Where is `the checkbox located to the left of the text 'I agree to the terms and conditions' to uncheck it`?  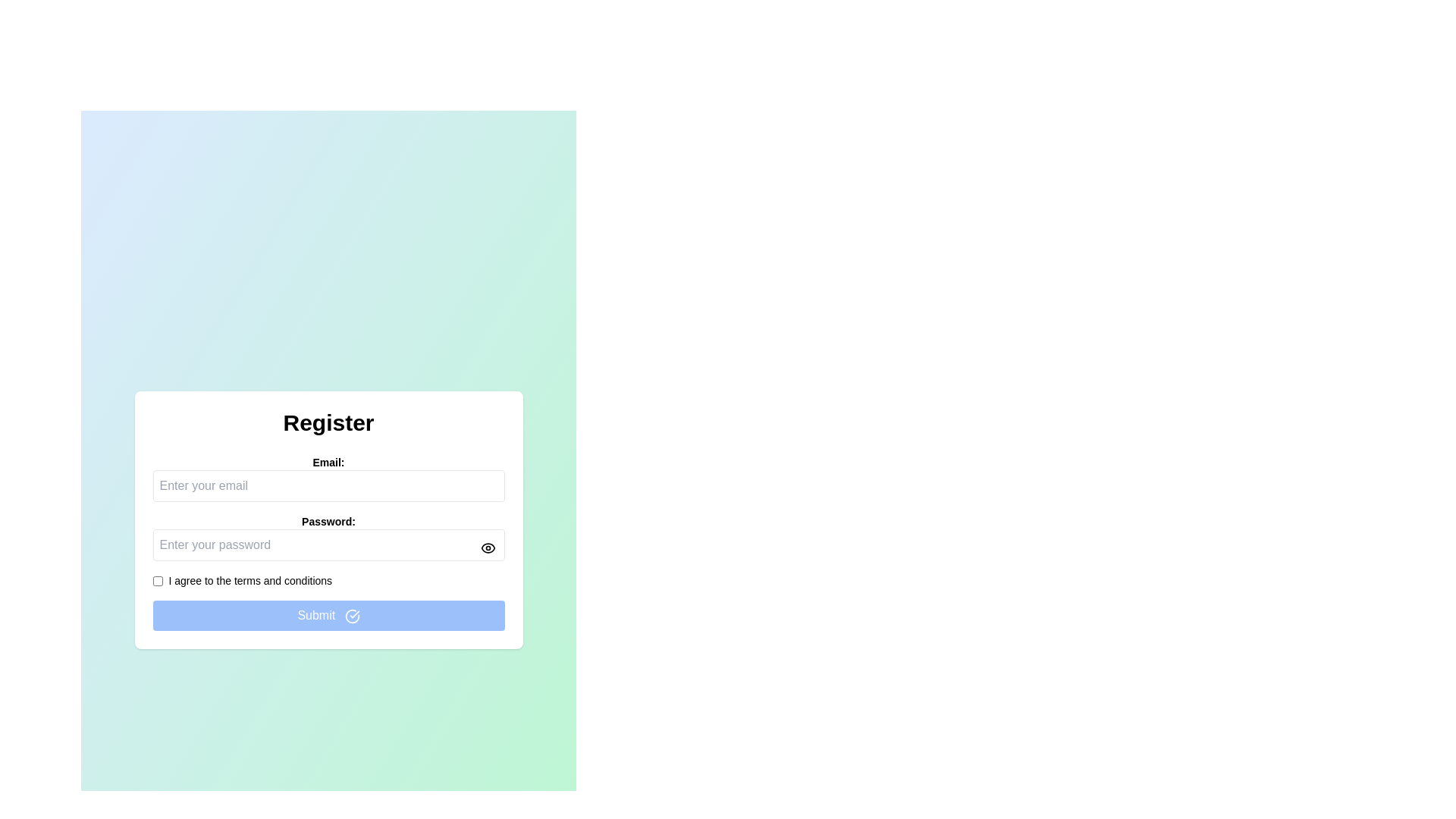 the checkbox located to the left of the text 'I agree to the terms and conditions' to uncheck it is located at coordinates (157, 580).